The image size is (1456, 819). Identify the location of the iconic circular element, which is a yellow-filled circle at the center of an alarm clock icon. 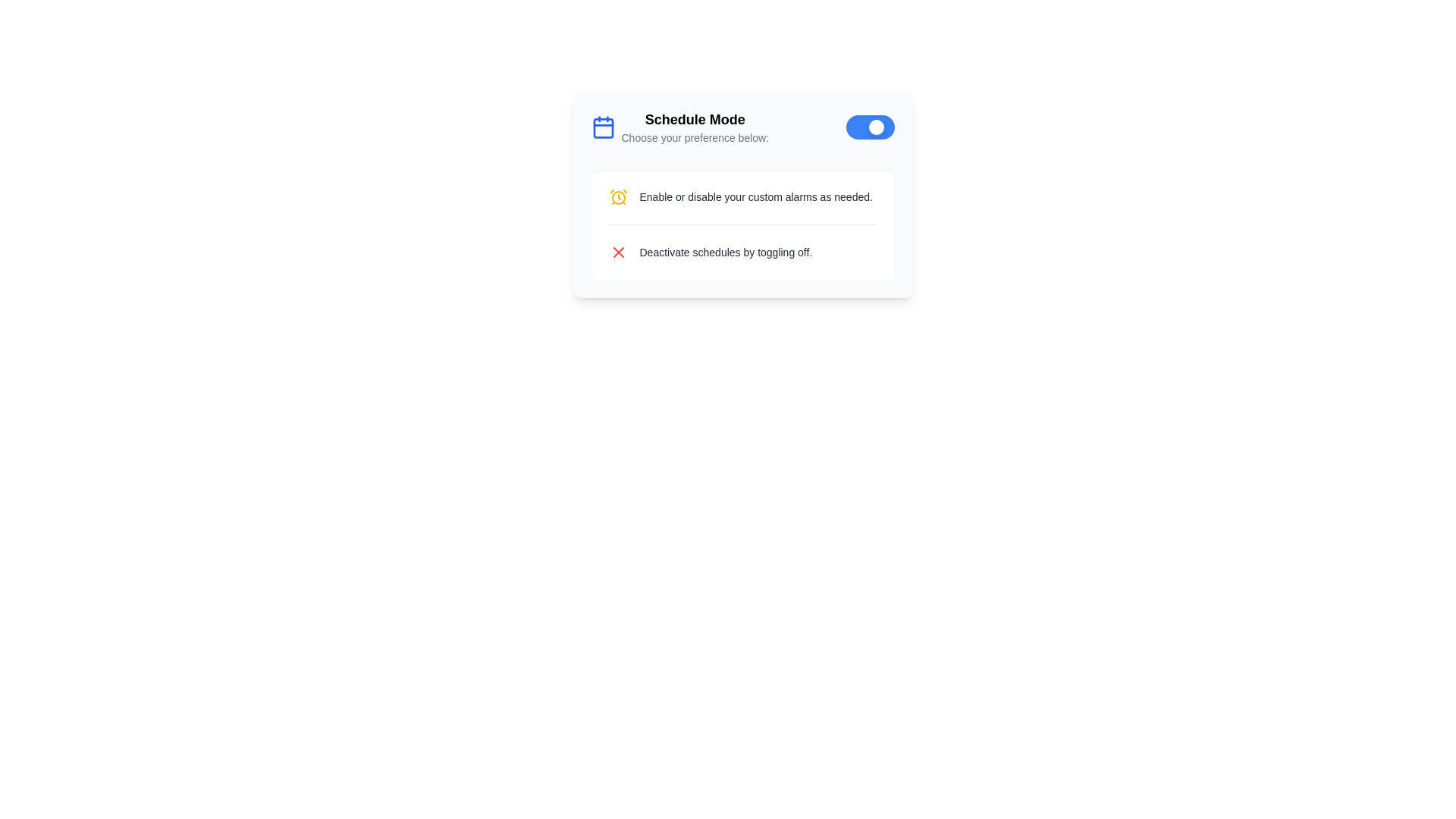
(618, 197).